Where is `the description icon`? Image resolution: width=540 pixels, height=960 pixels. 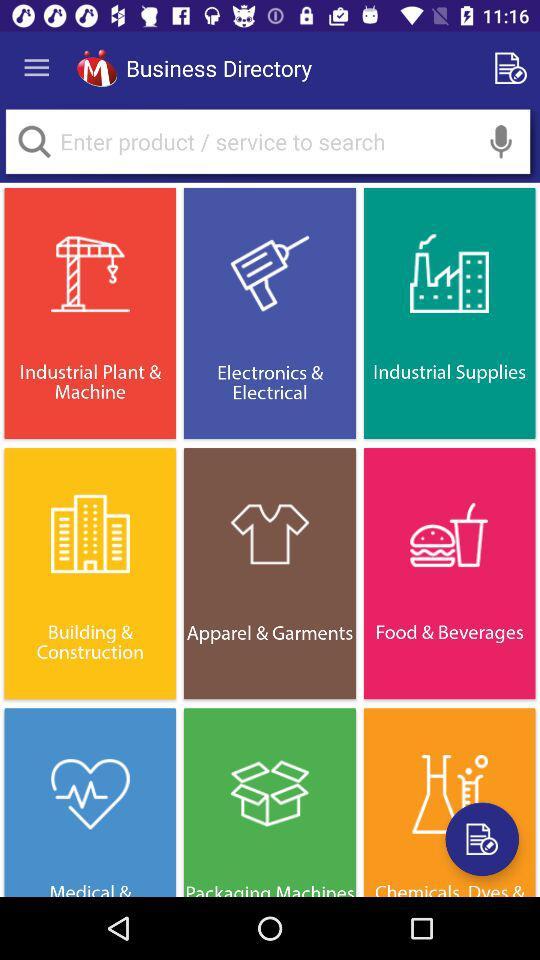
the description icon is located at coordinates (481, 839).